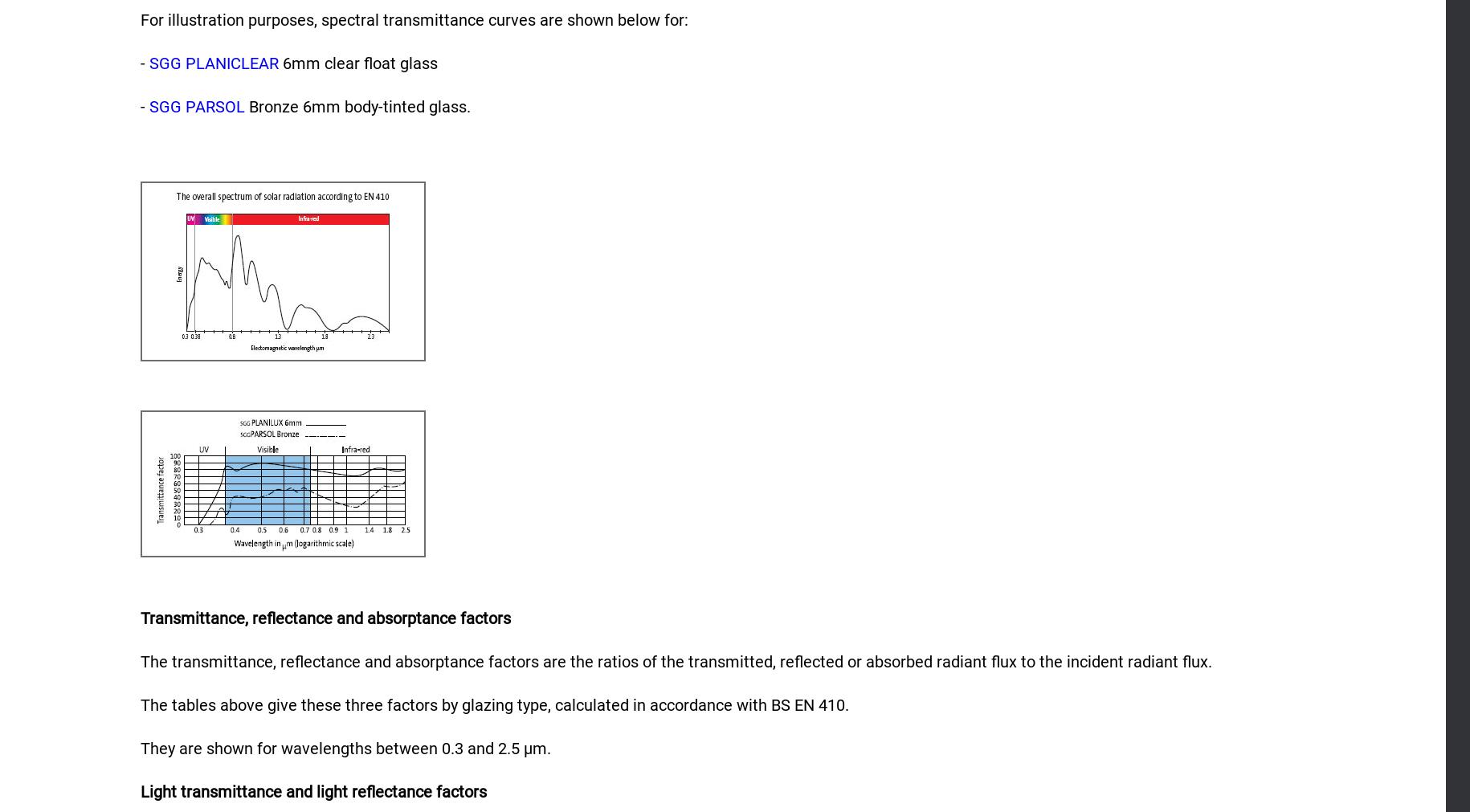 This screenshot has width=1470, height=812. What do you see at coordinates (493, 704) in the screenshot?
I see `'The tables above give these three factors by glazing type, calculated in accordance with BS EN 410.'` at bounding box center [493, 704].